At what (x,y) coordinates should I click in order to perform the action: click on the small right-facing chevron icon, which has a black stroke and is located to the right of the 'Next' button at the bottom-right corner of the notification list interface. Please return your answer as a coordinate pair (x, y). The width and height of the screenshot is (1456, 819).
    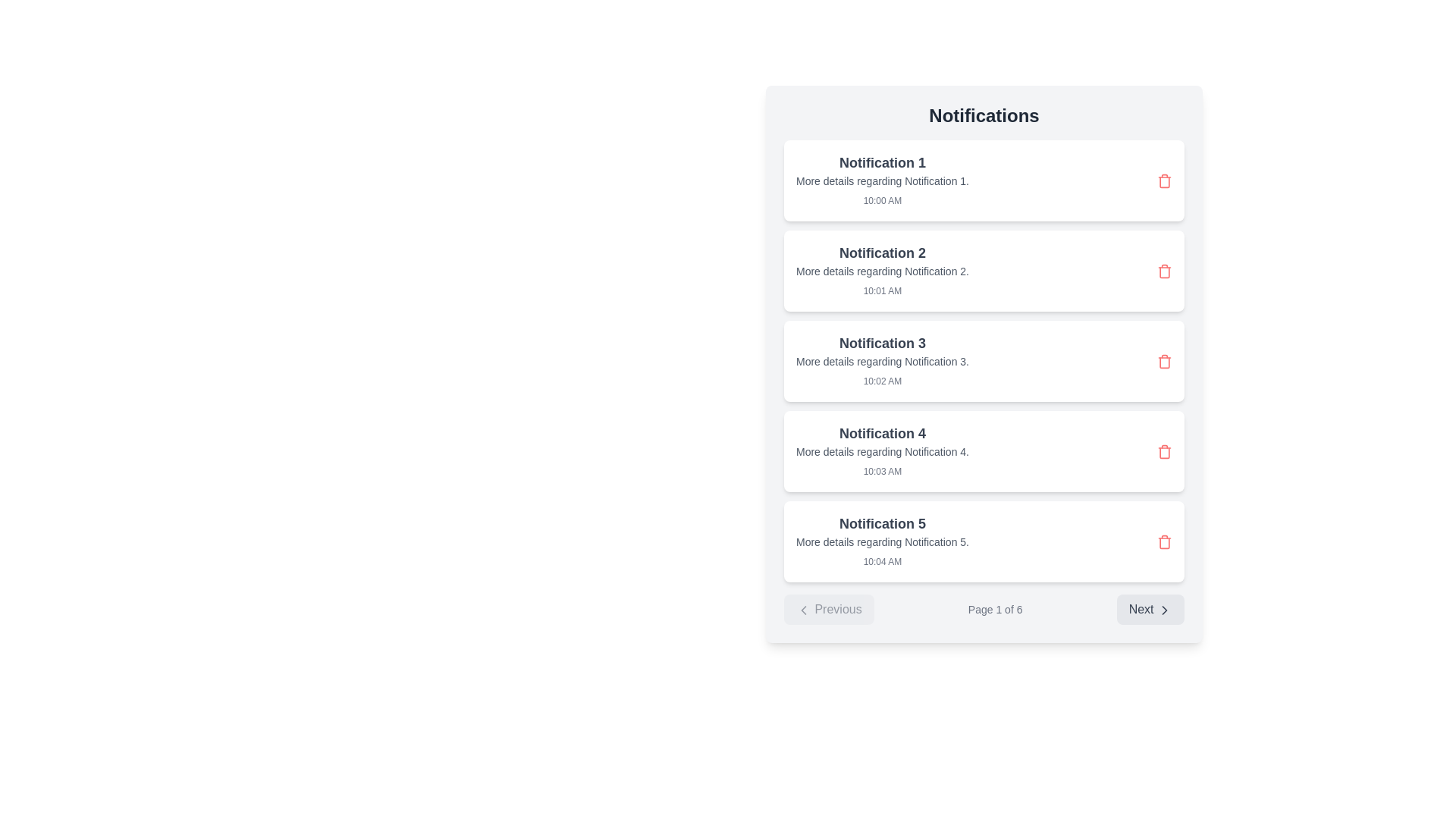
    Looking at the image, I should click on (1164, 609).